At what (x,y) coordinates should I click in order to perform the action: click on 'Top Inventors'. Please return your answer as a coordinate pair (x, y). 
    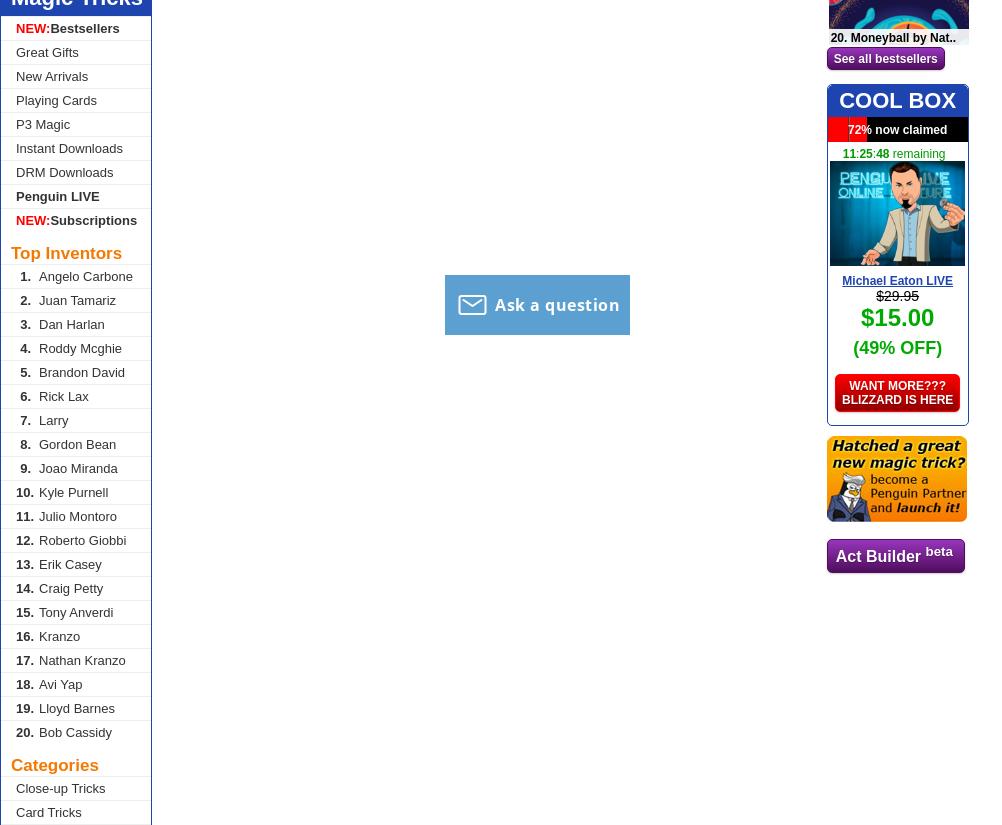
    Looking at the image, I should click on (66, 253).